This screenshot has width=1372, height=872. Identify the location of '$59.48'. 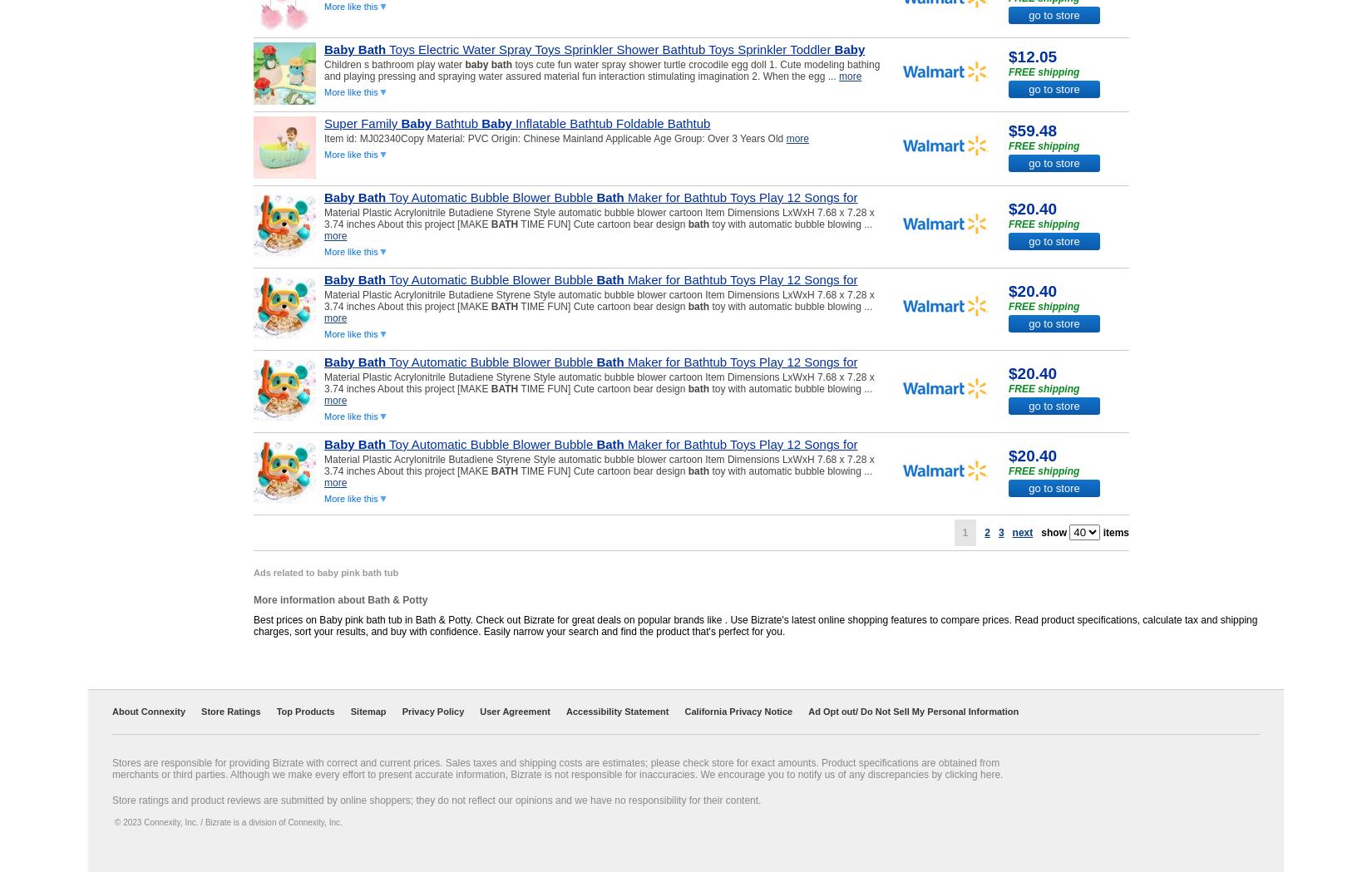
(1009, 130).